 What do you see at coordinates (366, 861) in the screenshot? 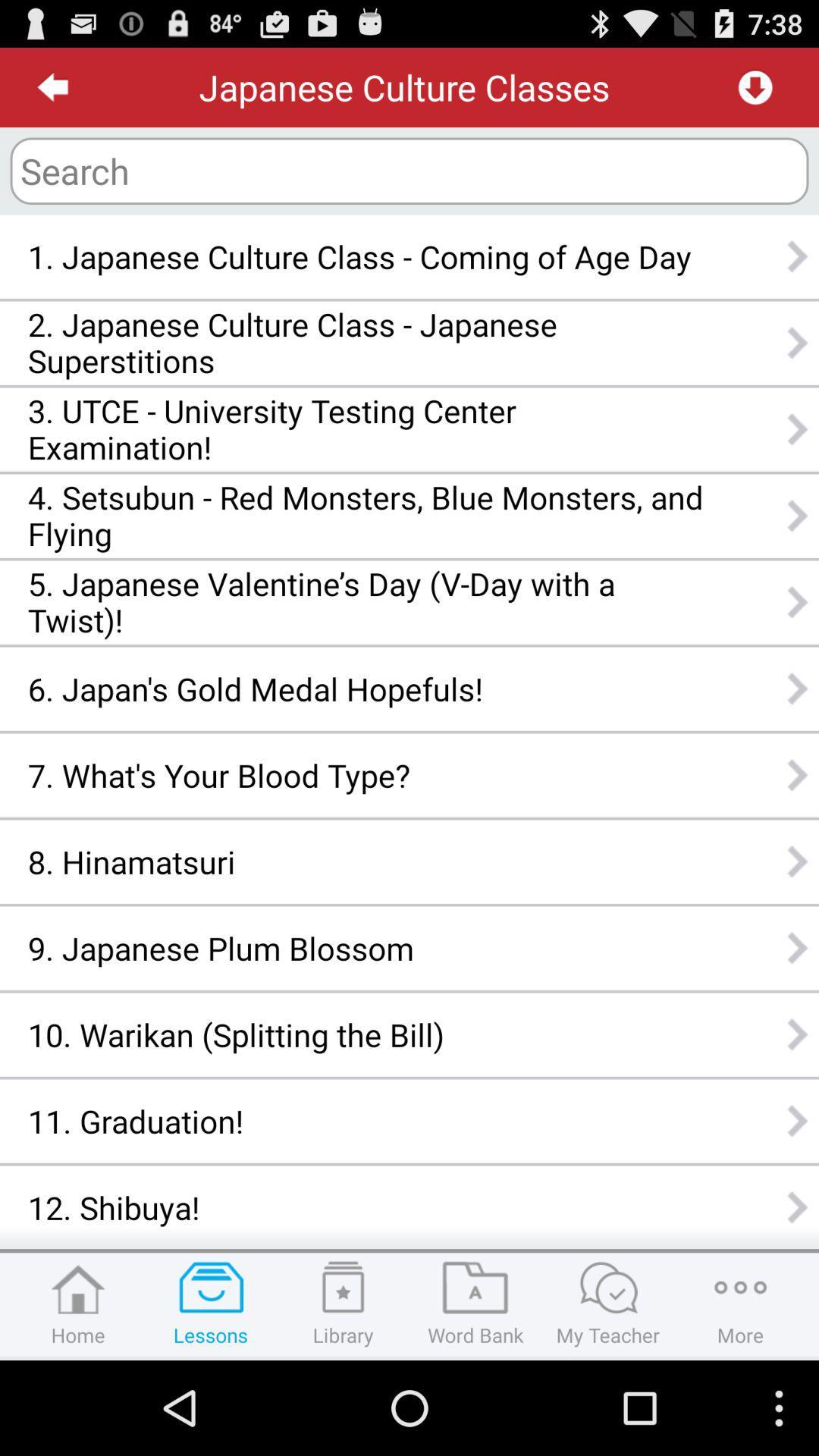
I see `the item above 9 japanese plum` at bounding box center [366, 861].